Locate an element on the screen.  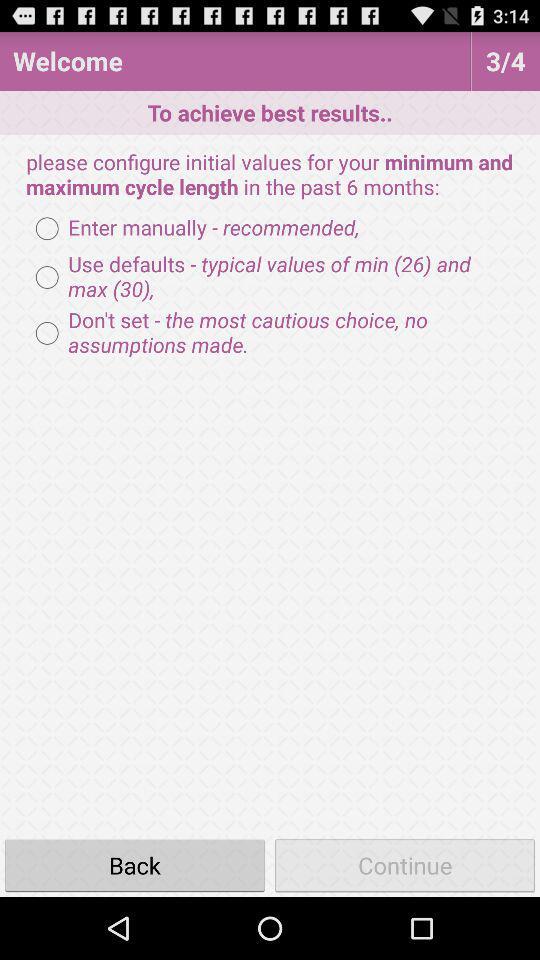
use defaults typical icon is located at coordinates (270, 276).